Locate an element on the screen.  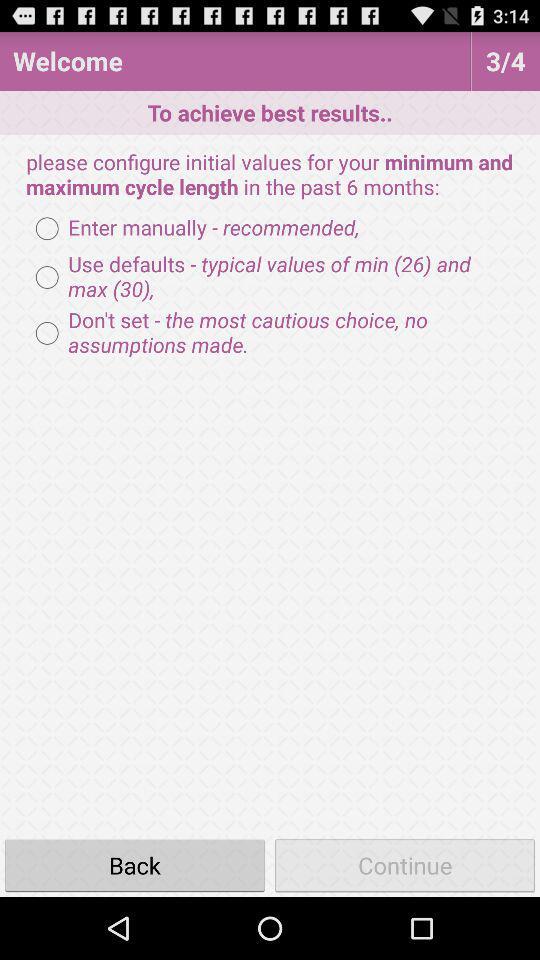
use defaults typical icon is located at coordinates (270, 276).